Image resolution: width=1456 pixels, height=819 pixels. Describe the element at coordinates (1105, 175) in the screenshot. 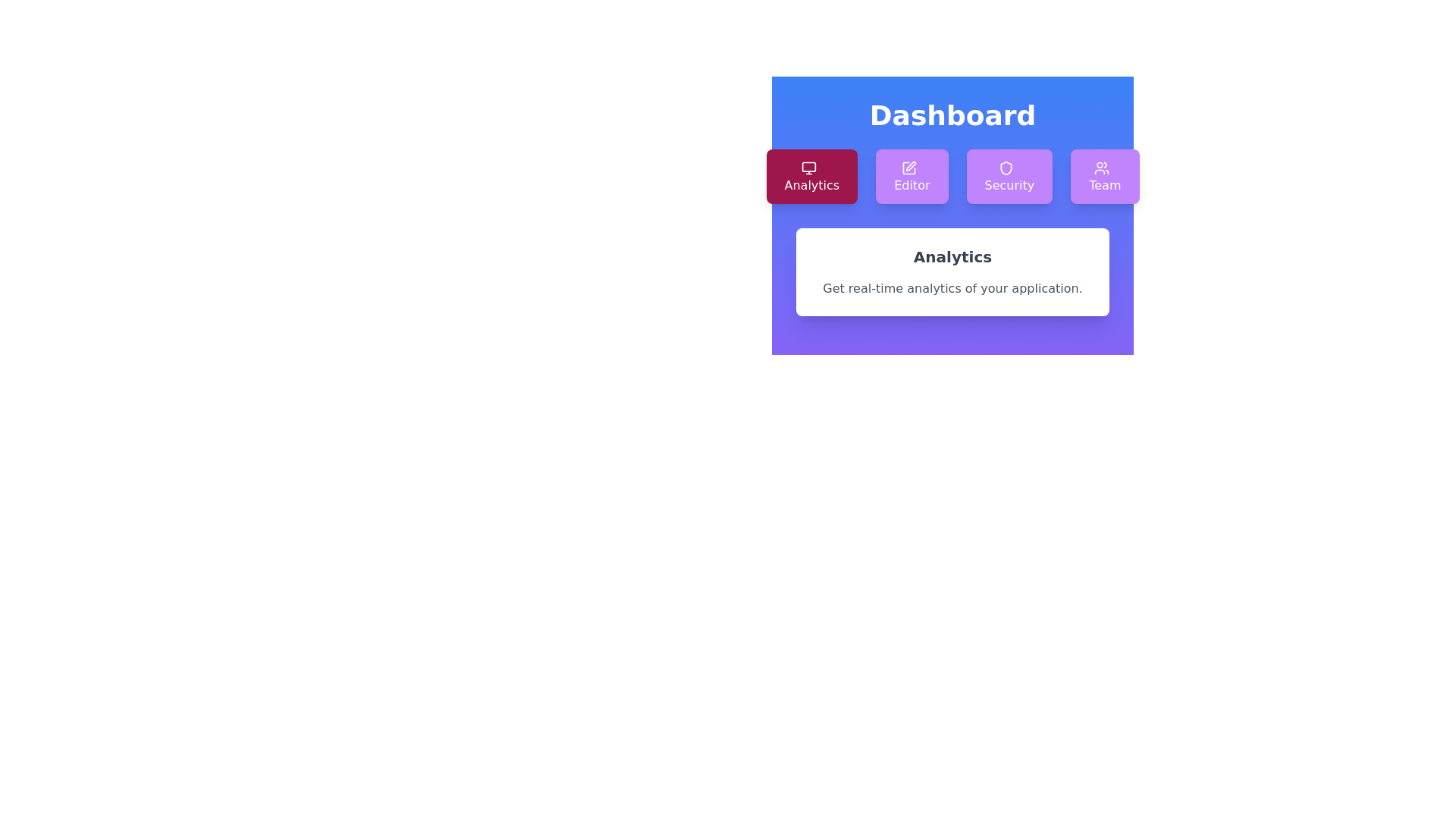

I see `the Team tab` at that location.